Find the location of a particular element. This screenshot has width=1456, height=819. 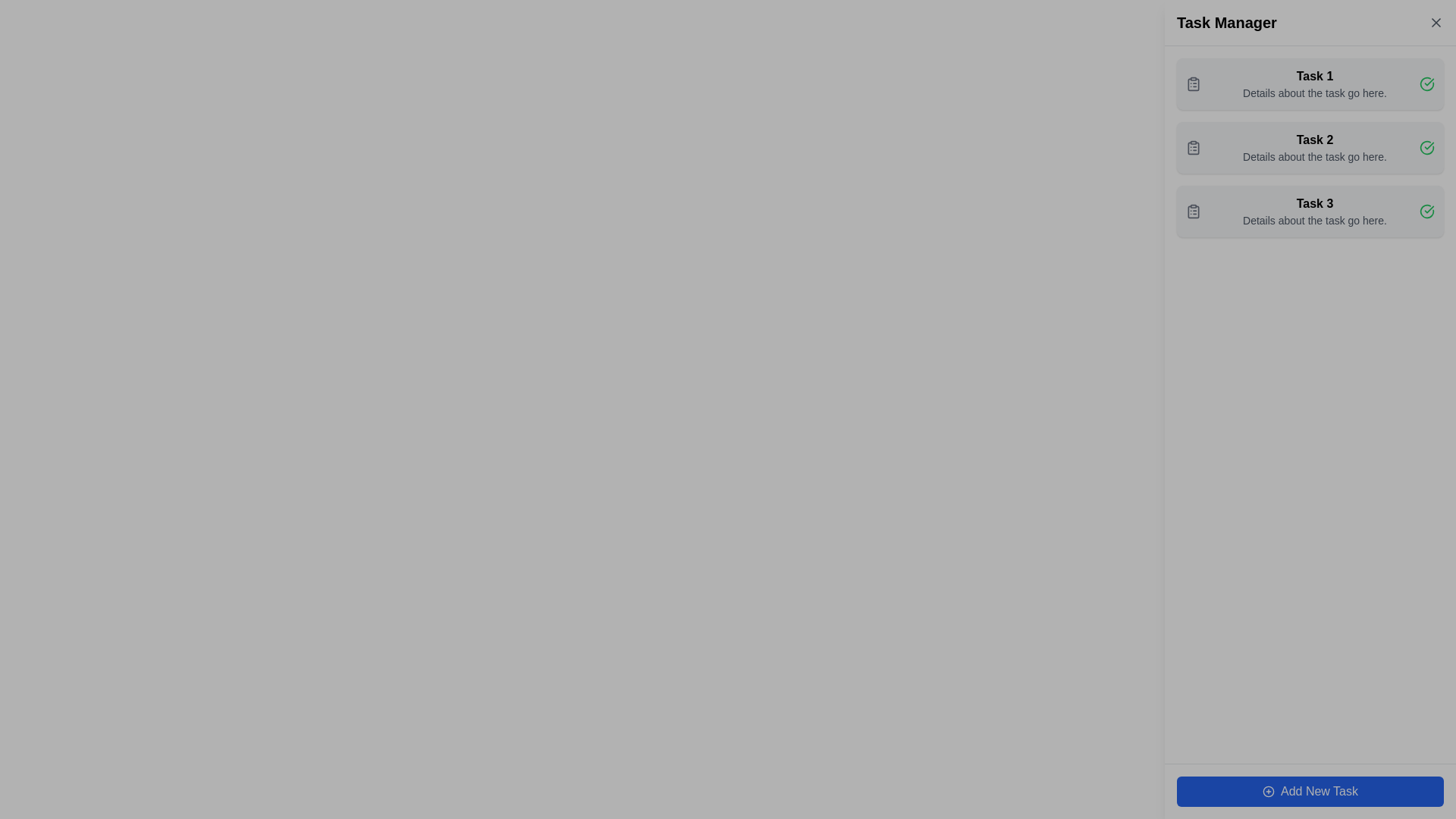

the Text Label that serves as a header for the interface, located at the leftmost side of the sidebar, adjacent to the closing button is located at coordinates (1226, 23).